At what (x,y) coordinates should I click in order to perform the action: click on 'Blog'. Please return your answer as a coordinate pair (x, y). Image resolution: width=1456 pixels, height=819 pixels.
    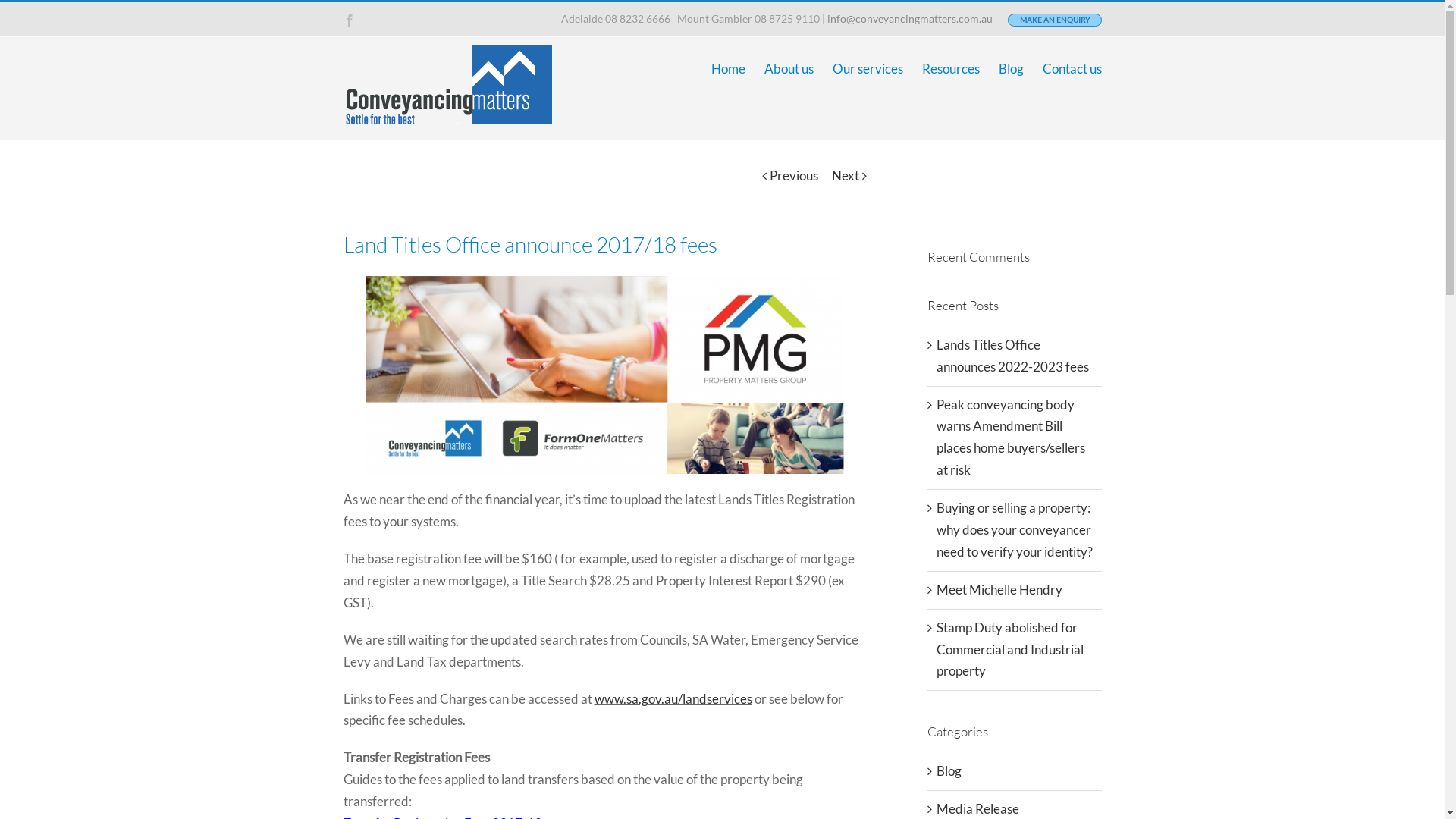
    Looking at the image, I should click on (1010, 68).